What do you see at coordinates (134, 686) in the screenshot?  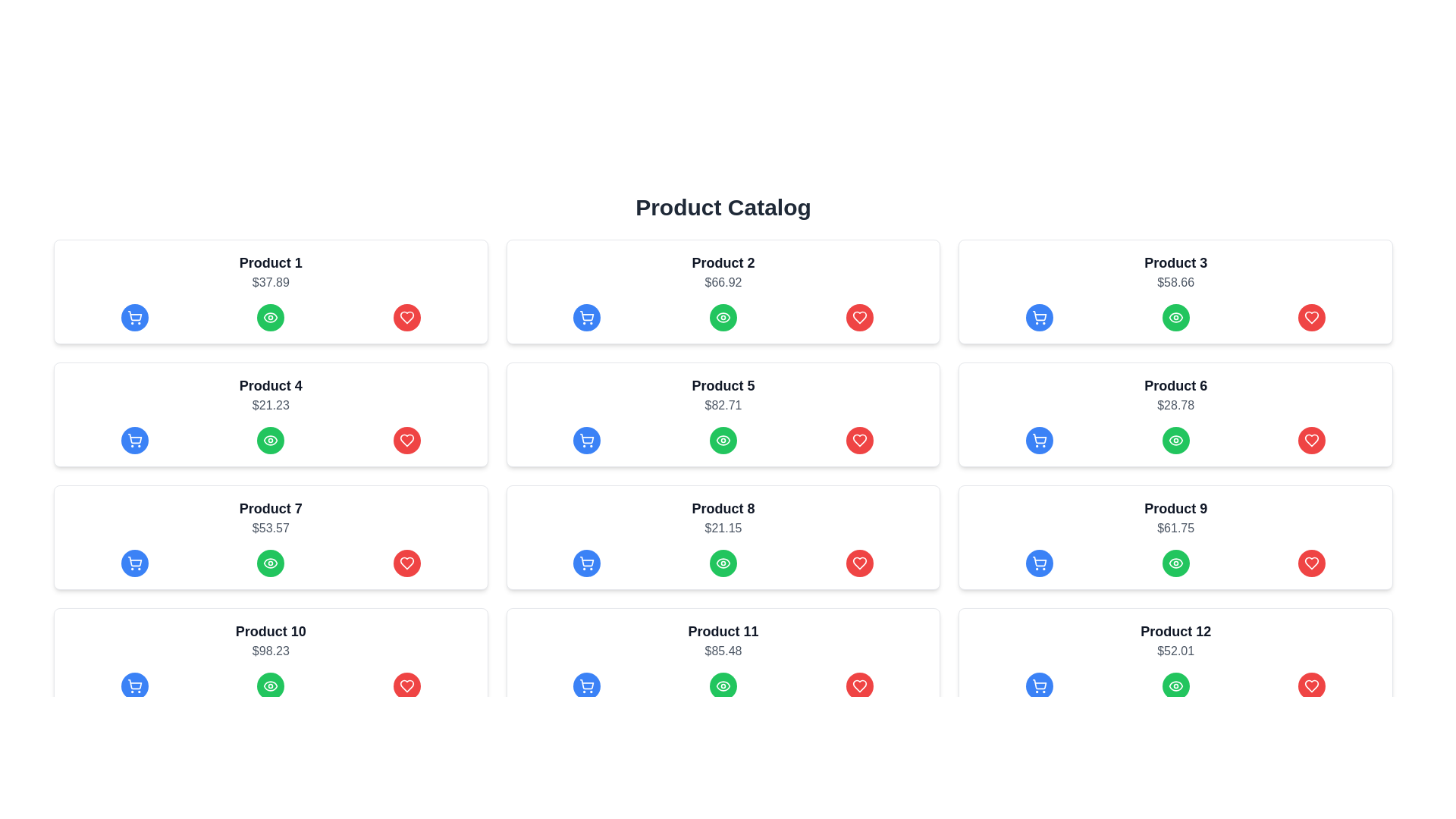 I see `the circular blue button with a shopping cart icon located at the bottom-left corner of the 'Product 10' card` at bounding box center [134, 686].